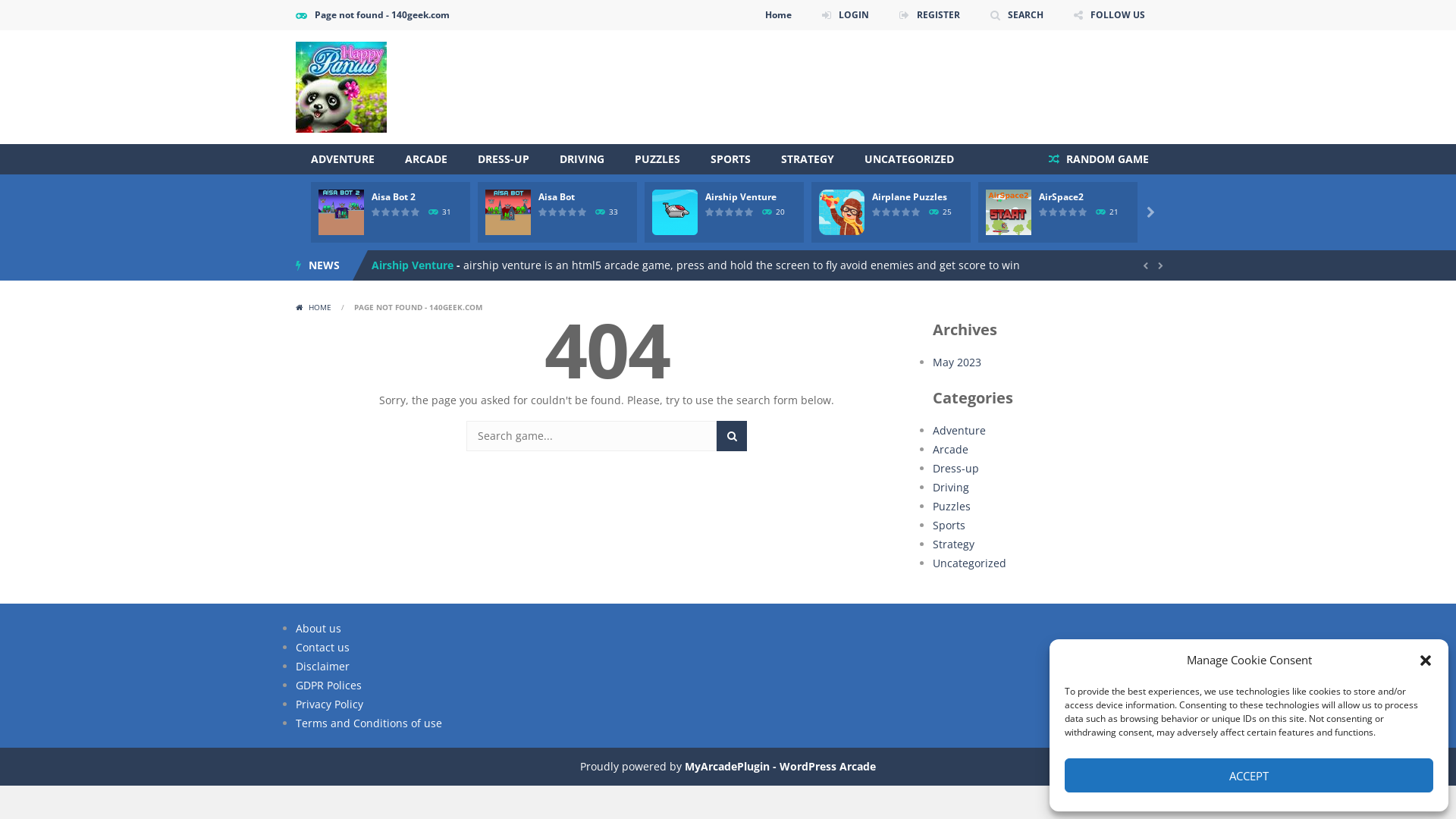 This screenshot has height=819, width=1456. I want to click on 'ARCADE', so click(425, 158).